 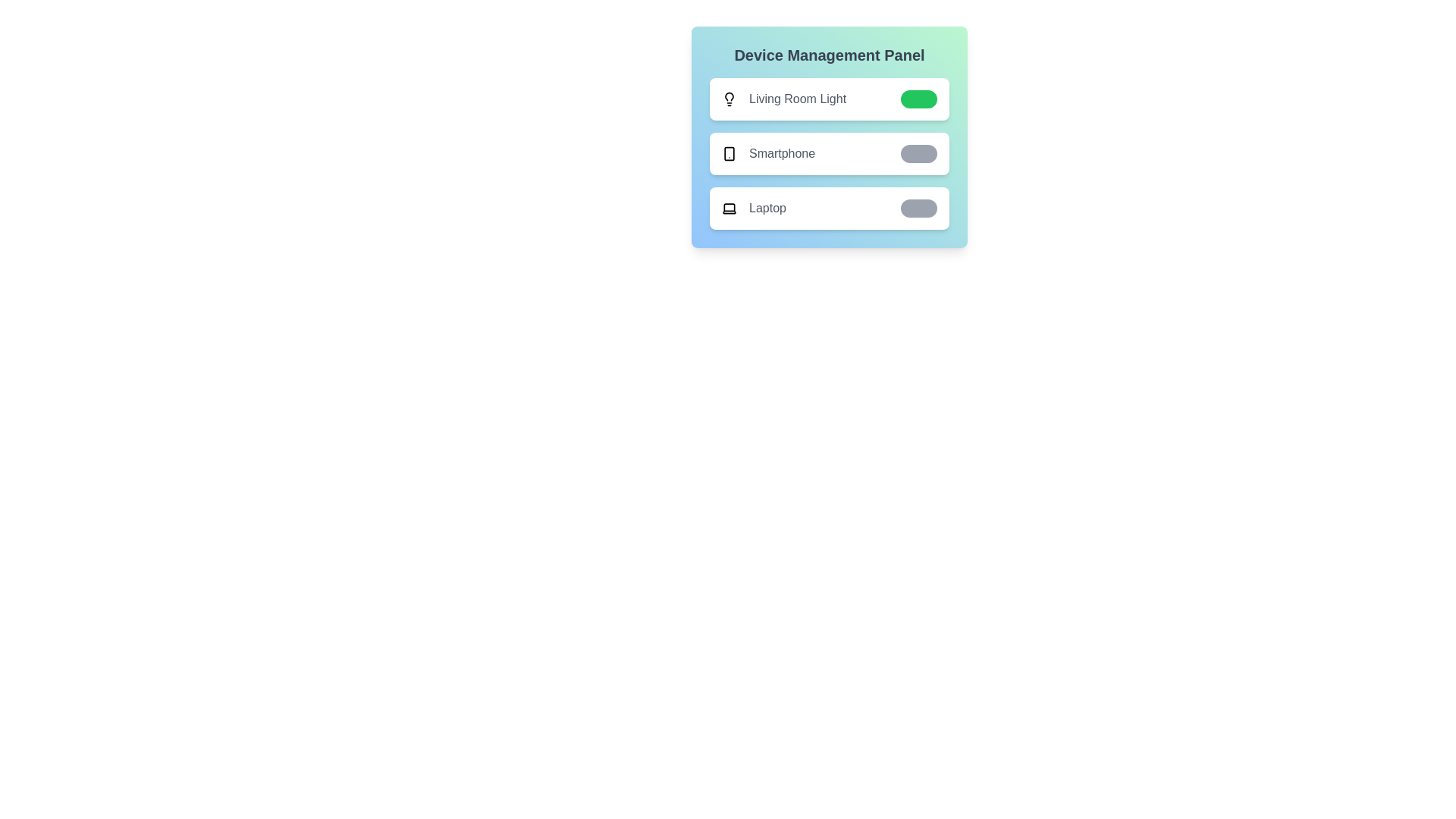 What do you see at coordinates (829, 55) in the screenshot?
I see `the center of the title text 'Device Management Panel'` at bounding box center [829, 55].